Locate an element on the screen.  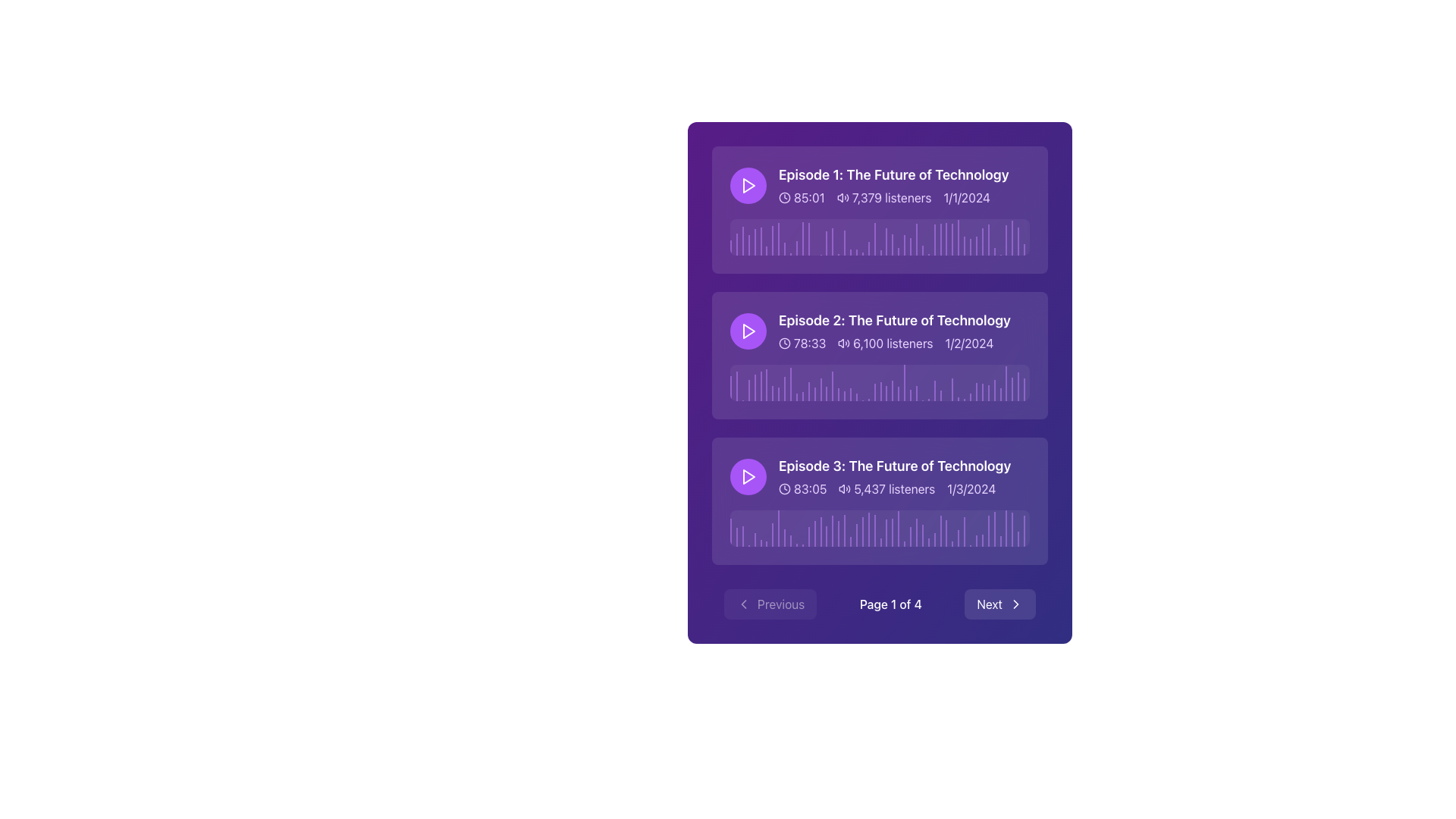
the vertical purple timeline indicator located in the second row of the episodes list, which serves as a progress marker in the waveform display is located at coordinates (886, 393).